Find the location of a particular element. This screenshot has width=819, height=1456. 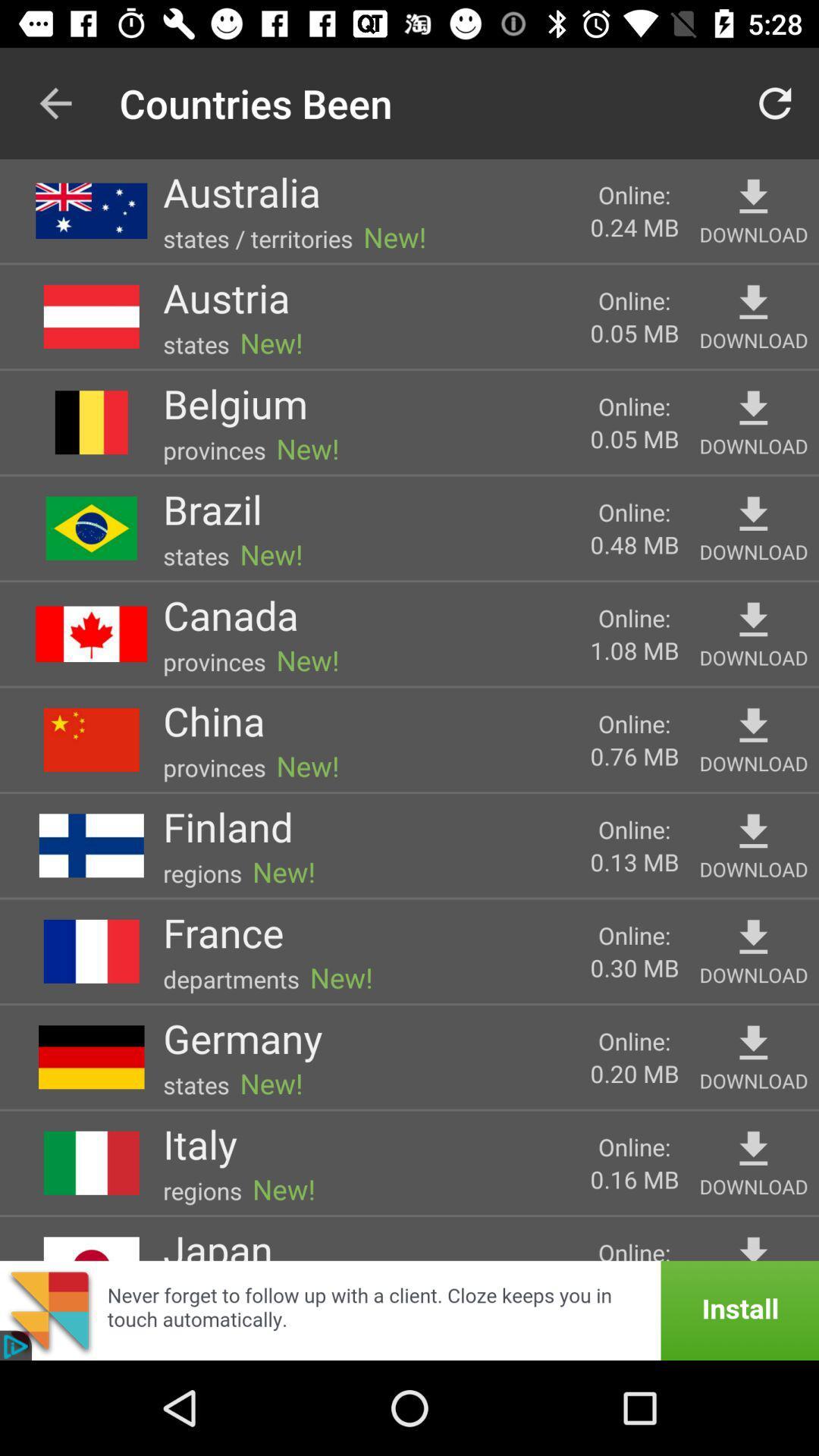

download france is located at coordinates (753, 937).